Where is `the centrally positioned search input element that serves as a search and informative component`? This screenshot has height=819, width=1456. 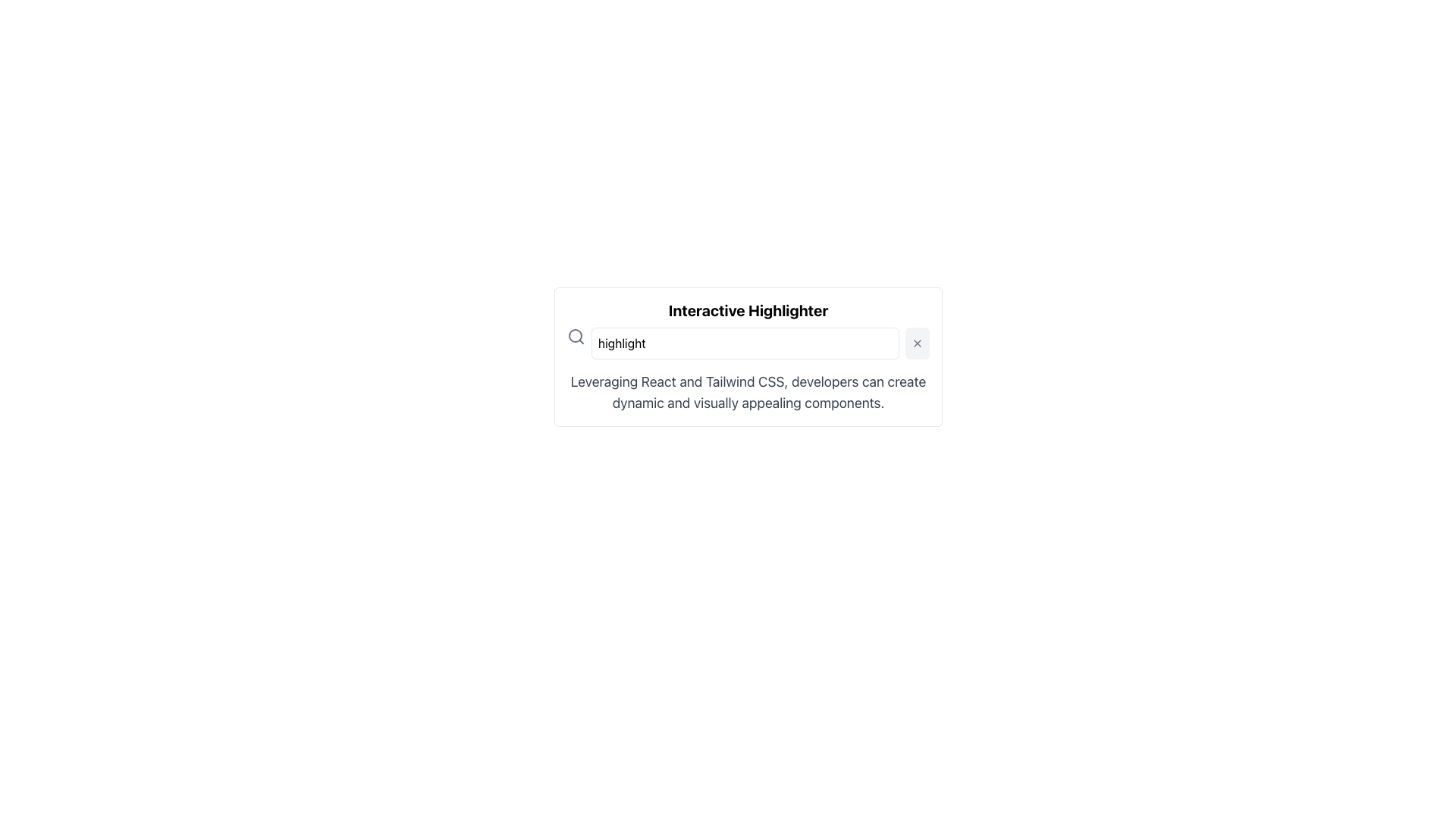 the centrally positioned search input element that serves as a search and informative component is located at coordinates (748, 356).